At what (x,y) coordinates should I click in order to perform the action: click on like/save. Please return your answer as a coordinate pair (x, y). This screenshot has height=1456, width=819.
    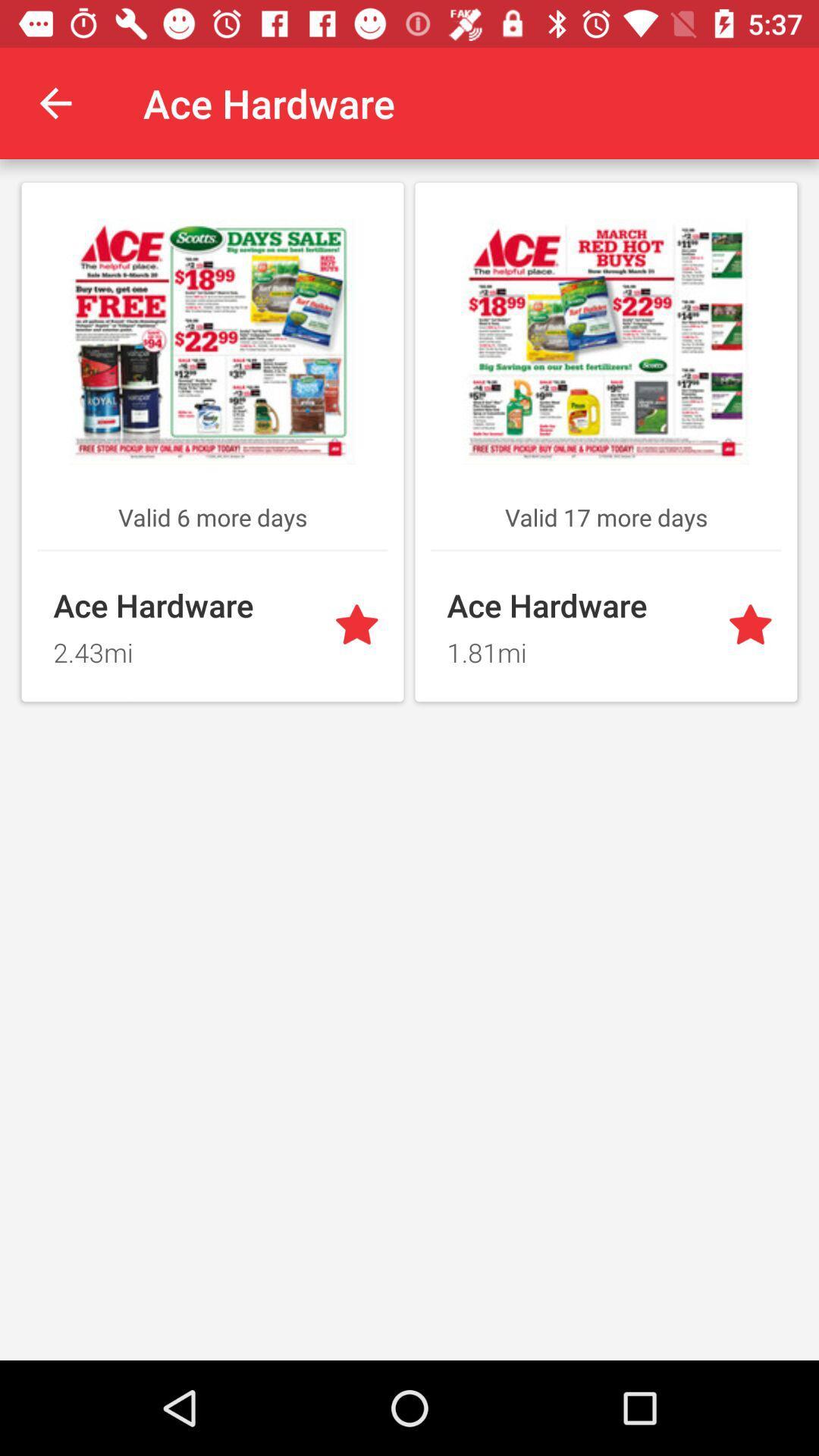
    Looking at the image, I should click on (753, 626).